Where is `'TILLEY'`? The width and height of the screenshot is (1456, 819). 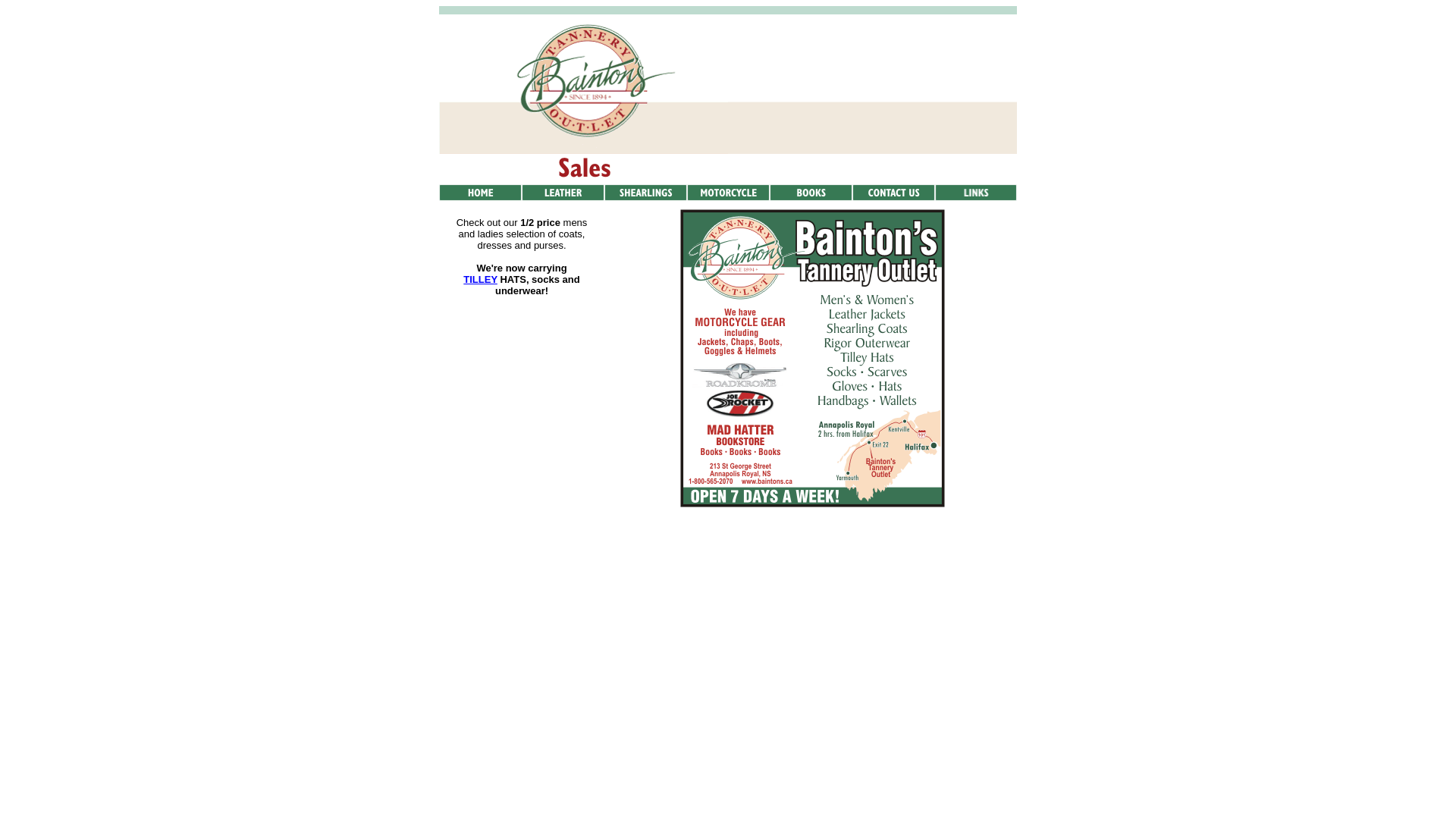 'TILLEY' is located at coordinates (479, 279).